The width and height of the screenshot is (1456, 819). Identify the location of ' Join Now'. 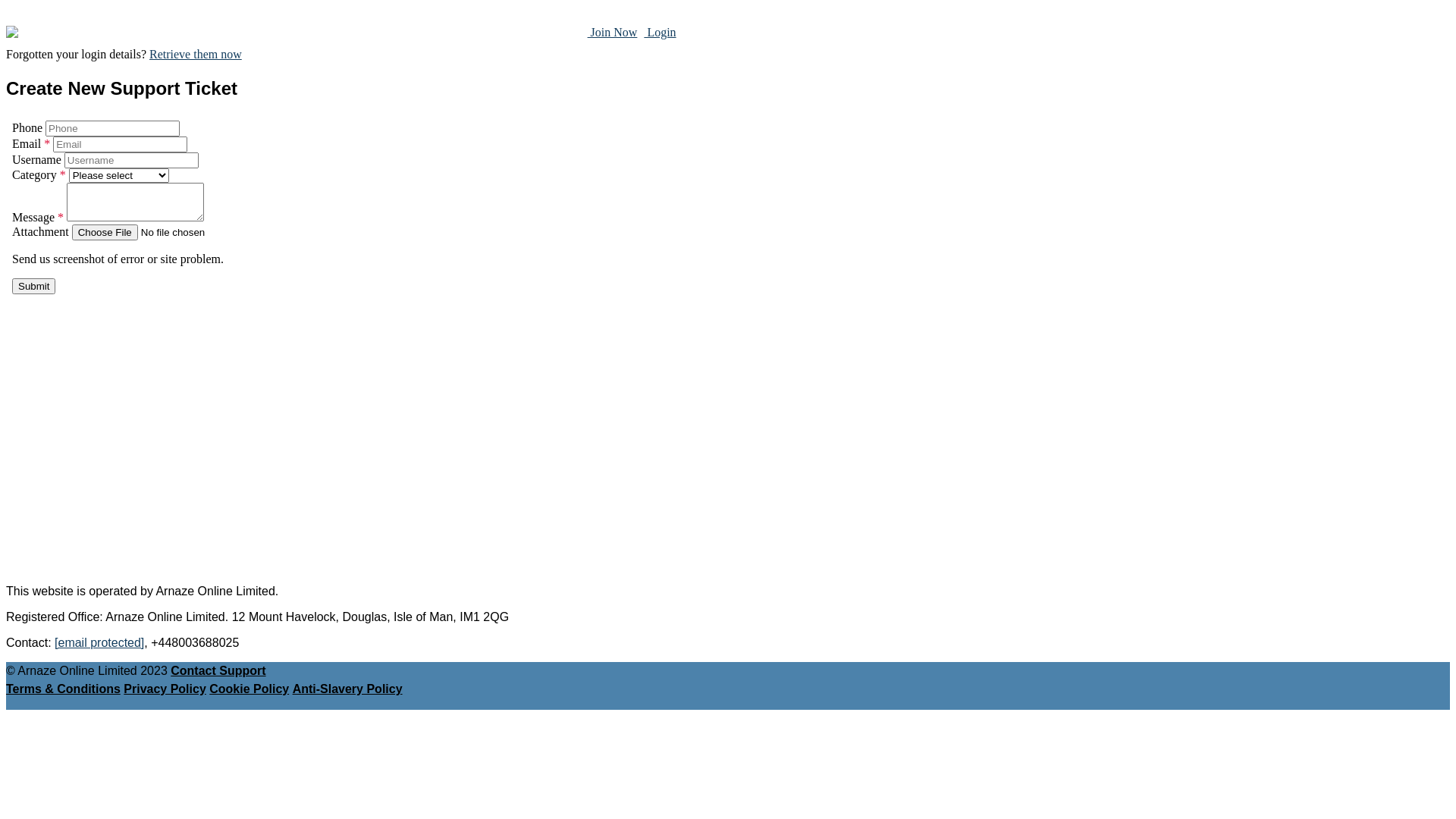
(612, 32).